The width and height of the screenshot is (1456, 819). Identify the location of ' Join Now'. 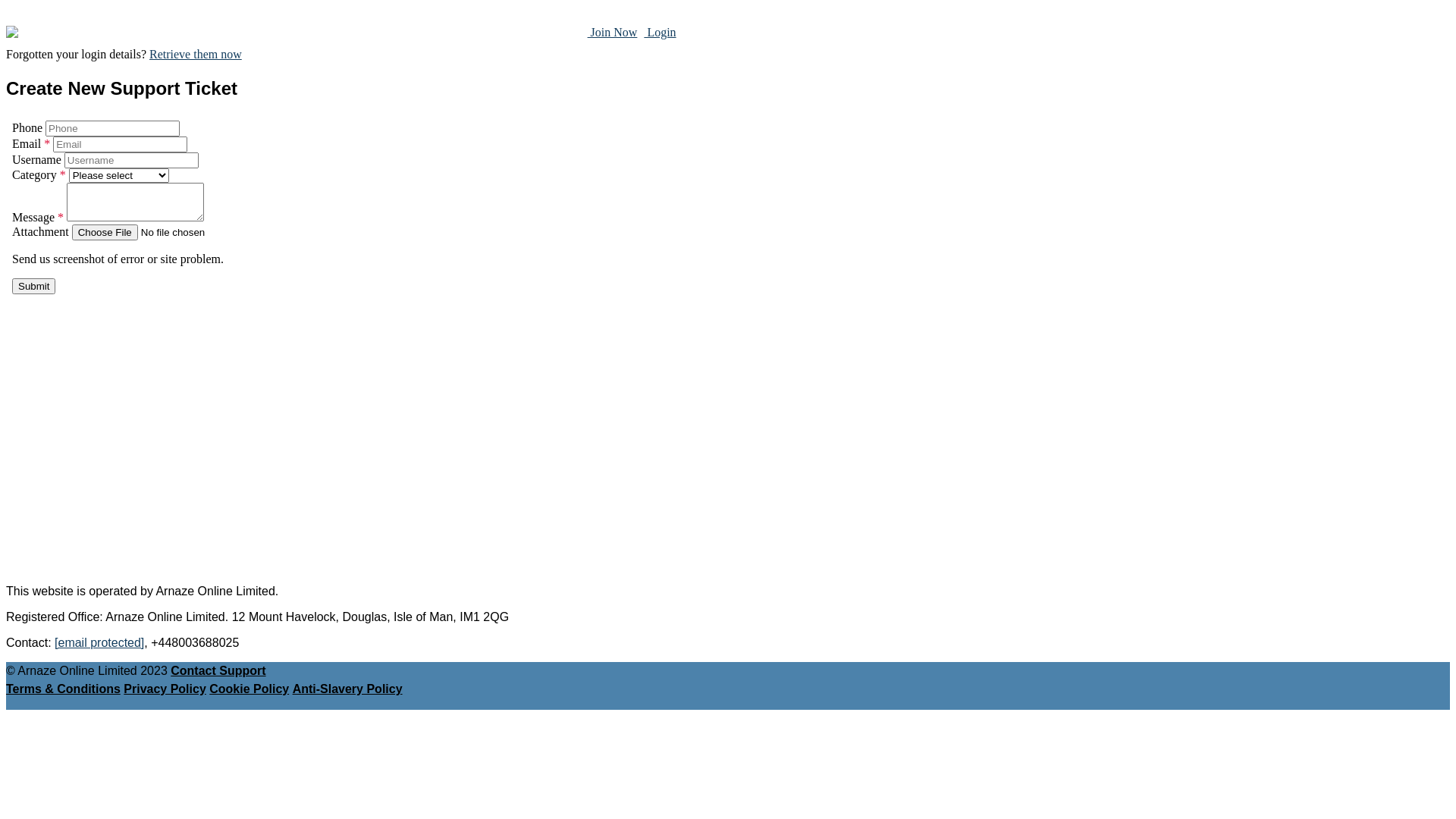
(612, 32).